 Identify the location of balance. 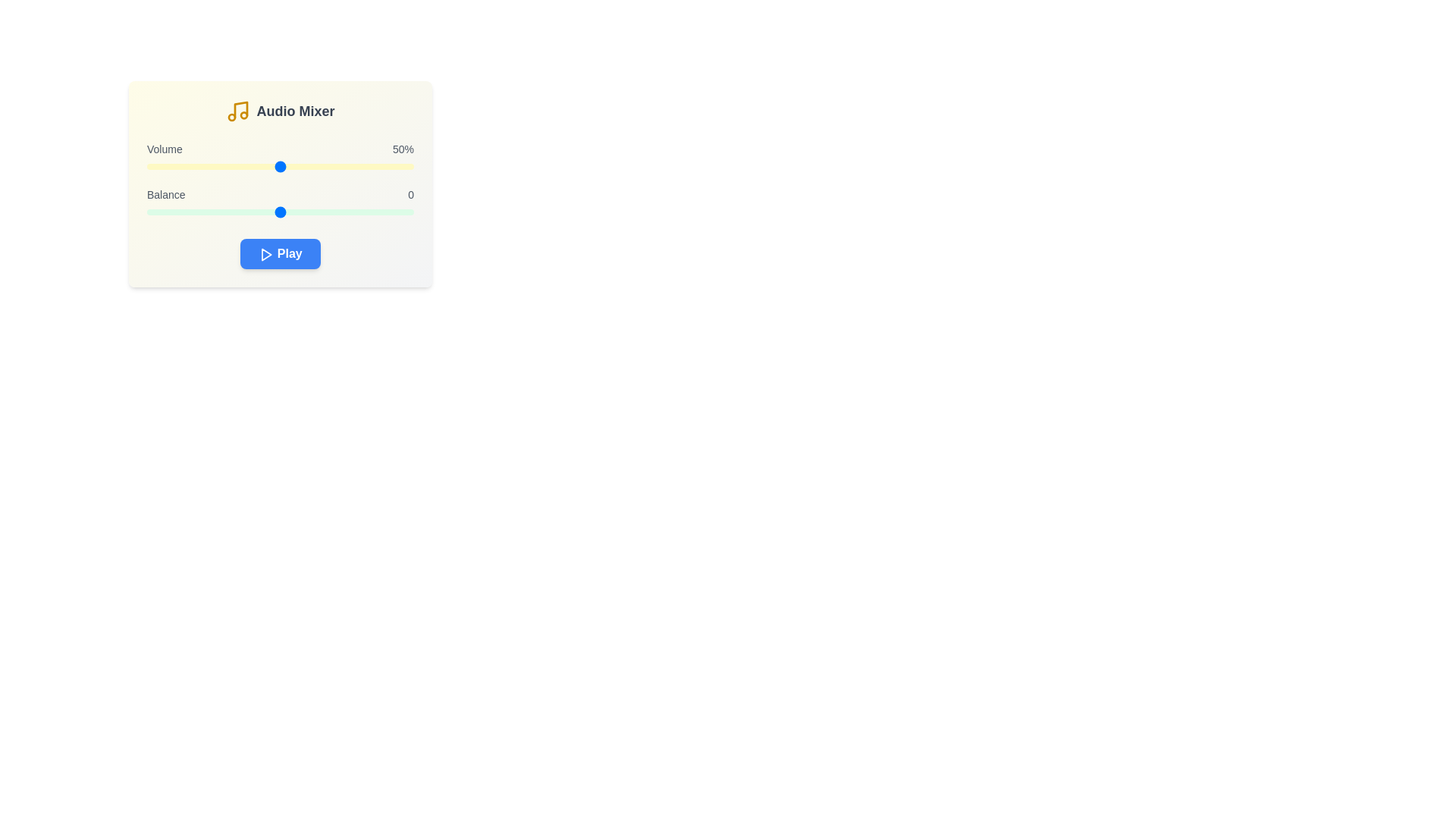
(267, 212).